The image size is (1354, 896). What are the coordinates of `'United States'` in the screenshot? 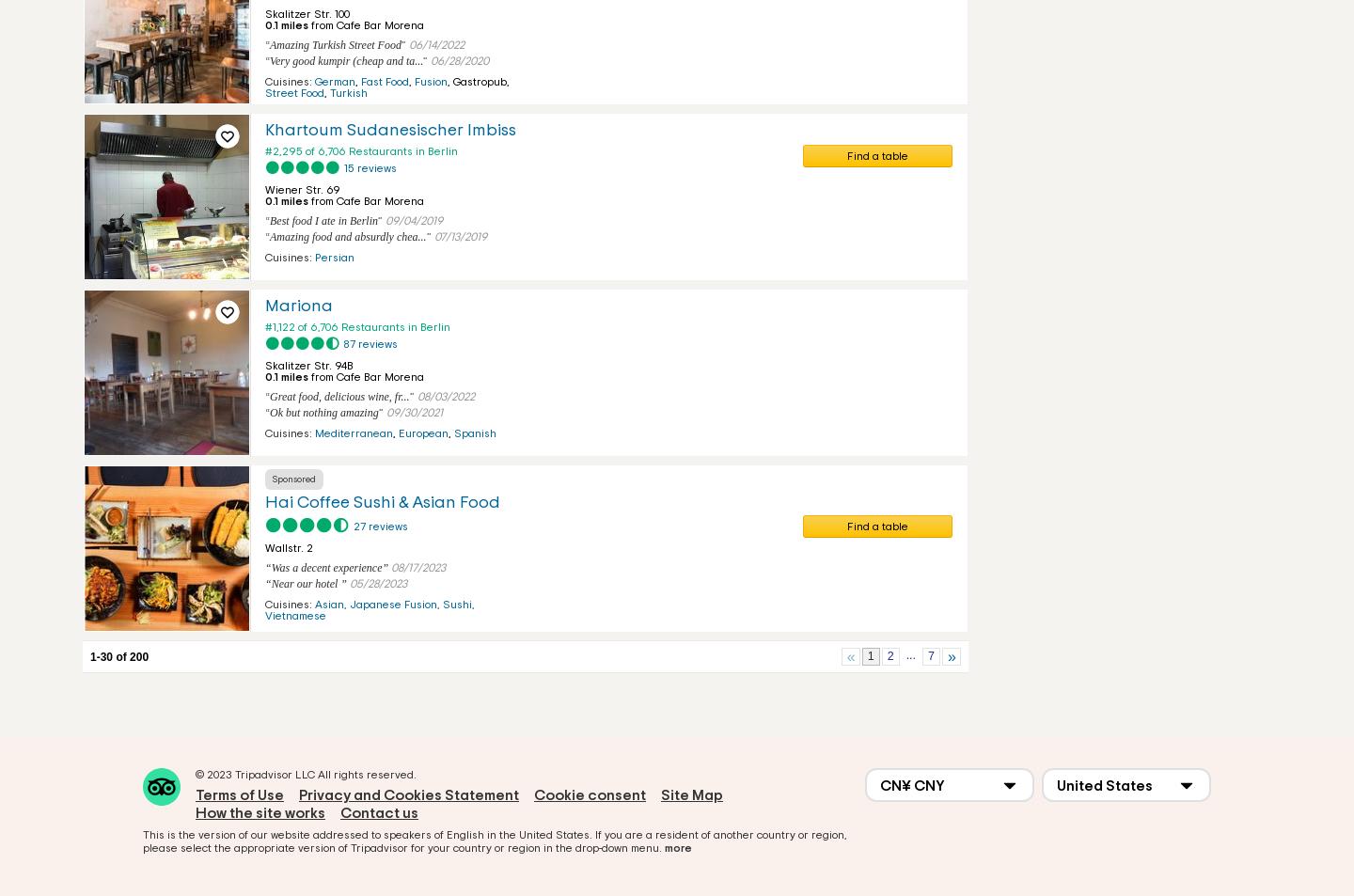 It's located at (1105, 785).